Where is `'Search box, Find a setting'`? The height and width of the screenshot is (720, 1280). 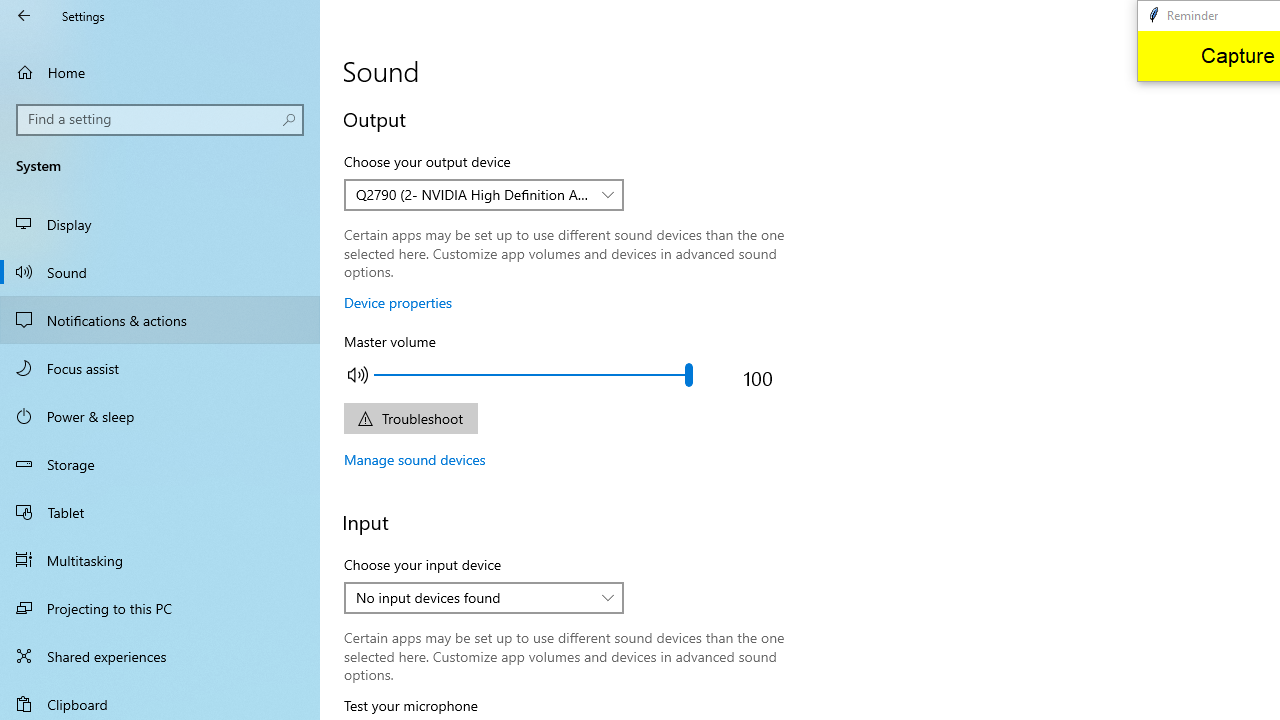 'Search box, Find a setting' is located at coordinates (160, 119).